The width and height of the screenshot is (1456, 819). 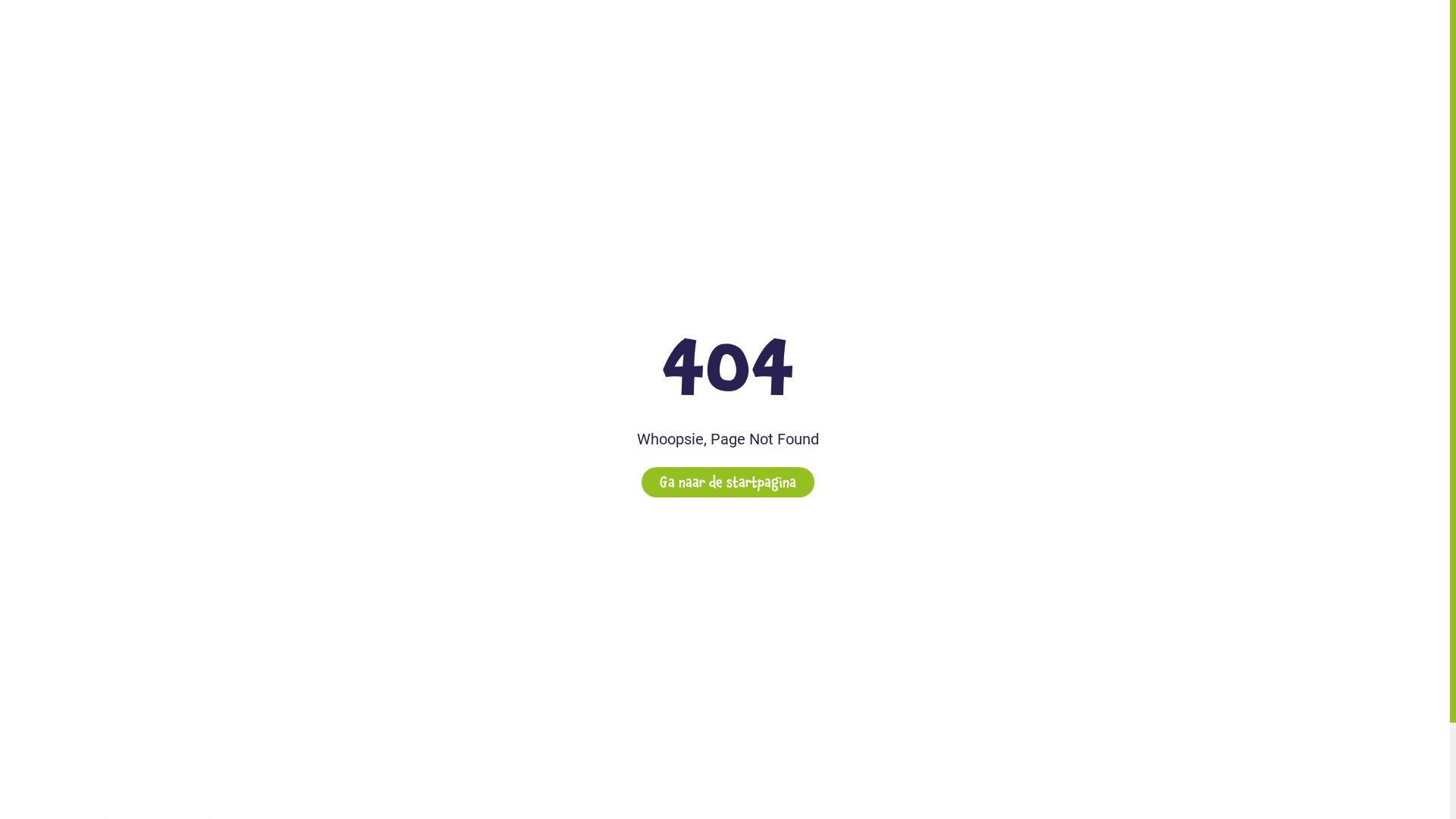 What do you see at coordinates (728, 482) in the screenshot?
I see `'Ga naar de startpagina'` at bounding box center [728, 482].